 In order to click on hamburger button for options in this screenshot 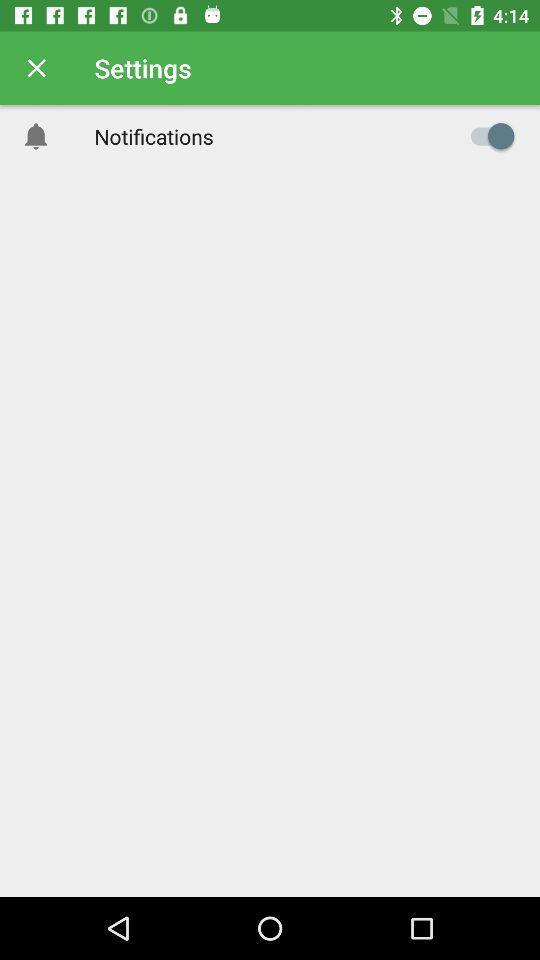, I will do `click(486, 135)`.